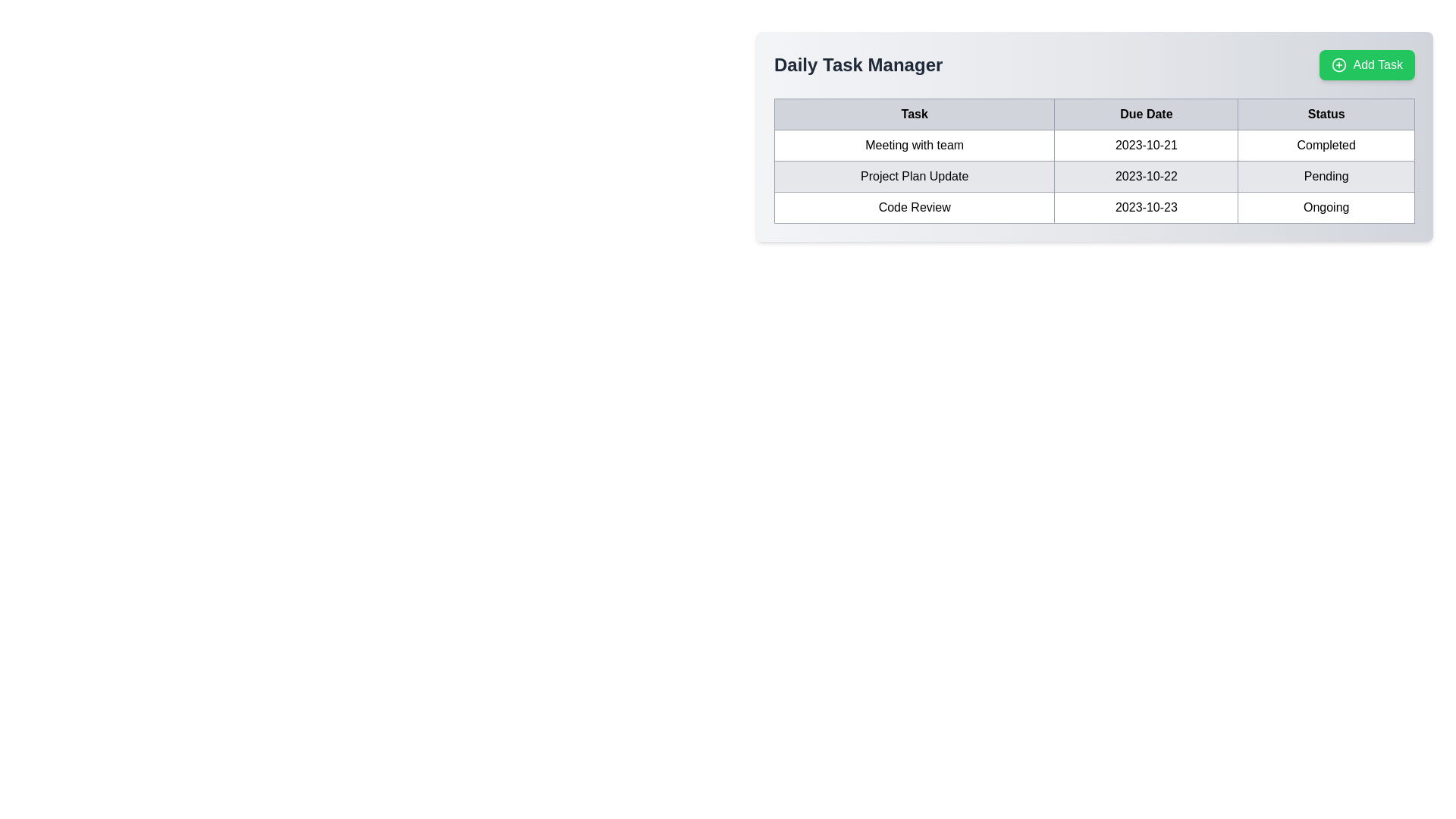  Describe the element at coordinates (1094, 146) in the screenshot. I see `the first row of the task management table` at that location.